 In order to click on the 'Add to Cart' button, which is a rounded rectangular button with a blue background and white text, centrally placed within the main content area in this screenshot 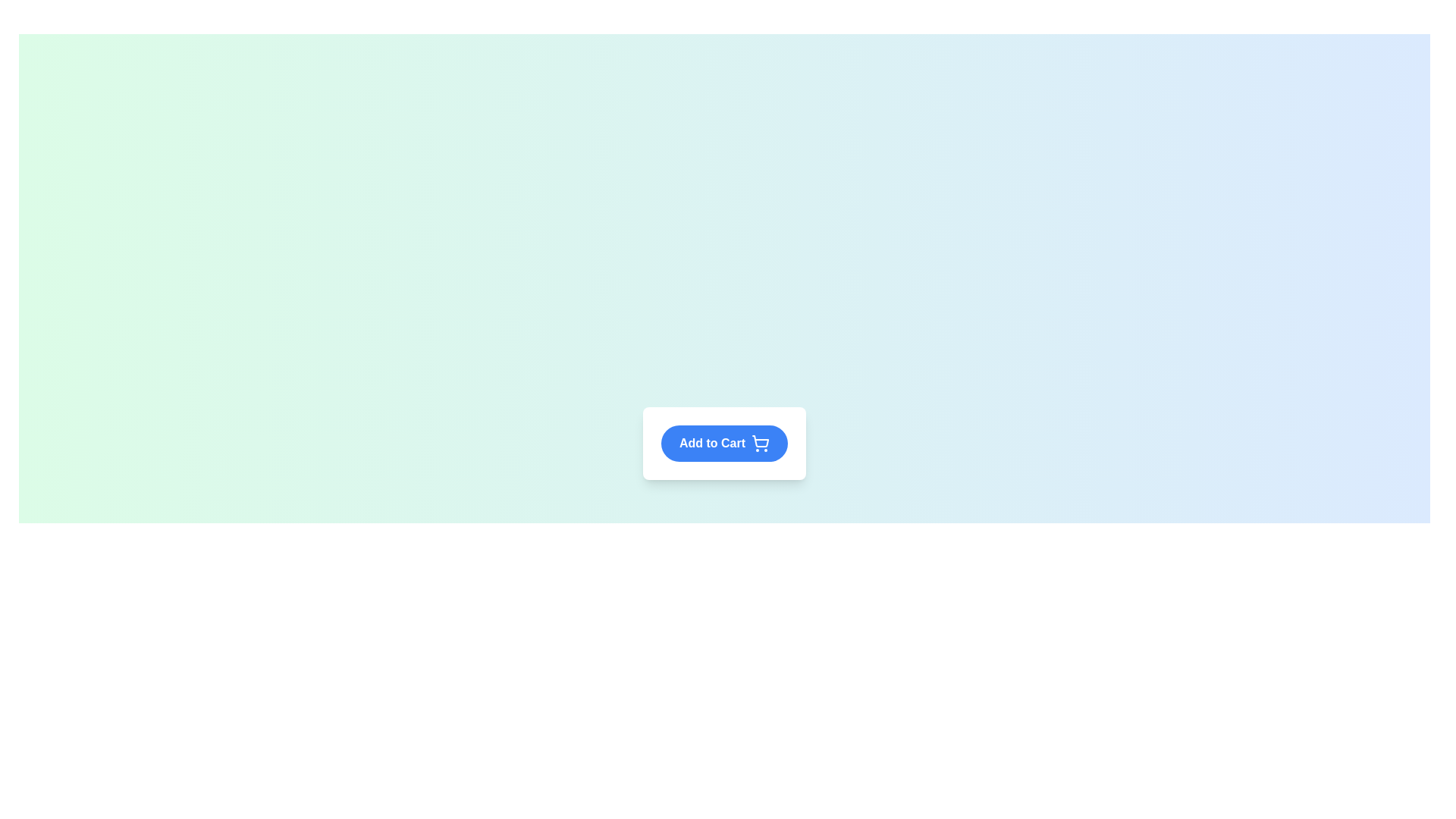, I will do `click(723, 444)`.